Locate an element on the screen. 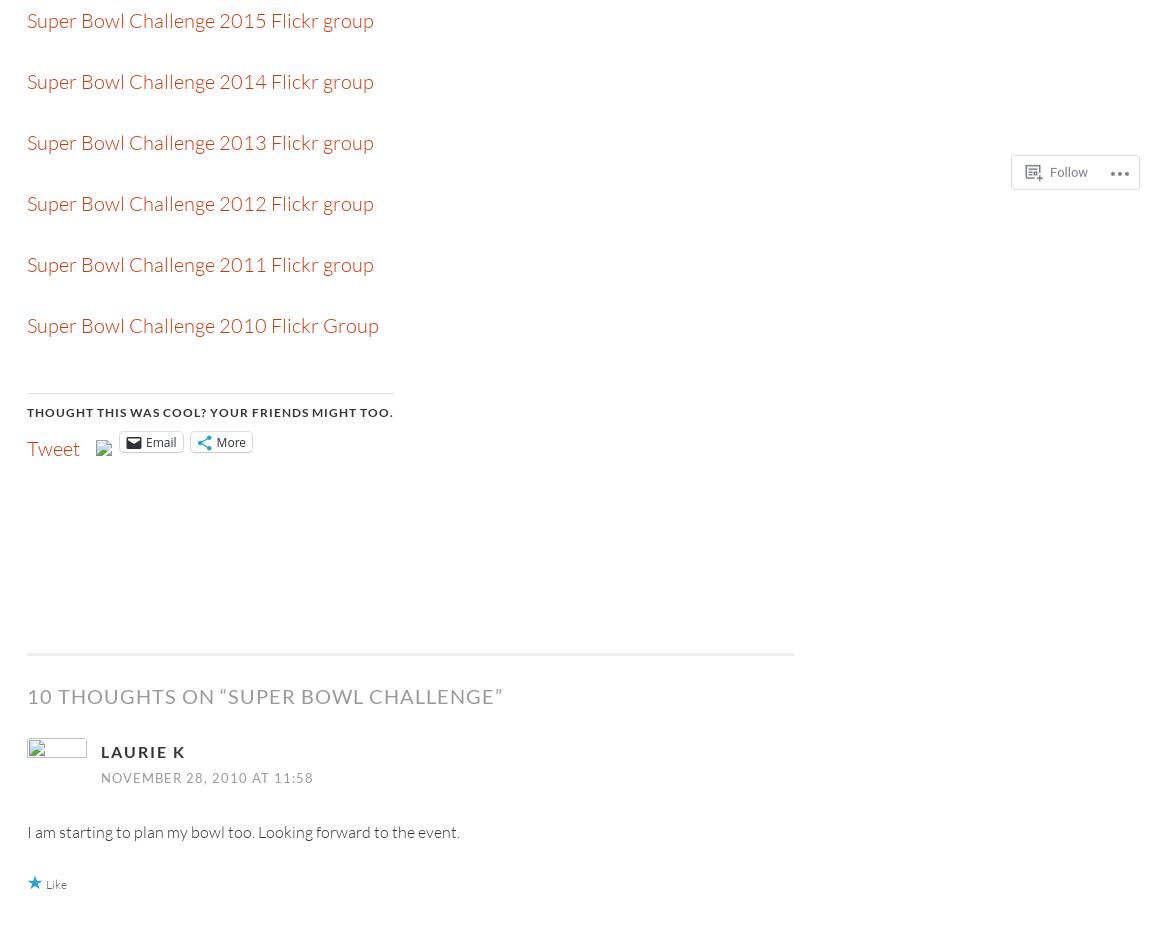  'Super Bowl Challenge 2015 Flickr' is located at coordinates (171, 19).